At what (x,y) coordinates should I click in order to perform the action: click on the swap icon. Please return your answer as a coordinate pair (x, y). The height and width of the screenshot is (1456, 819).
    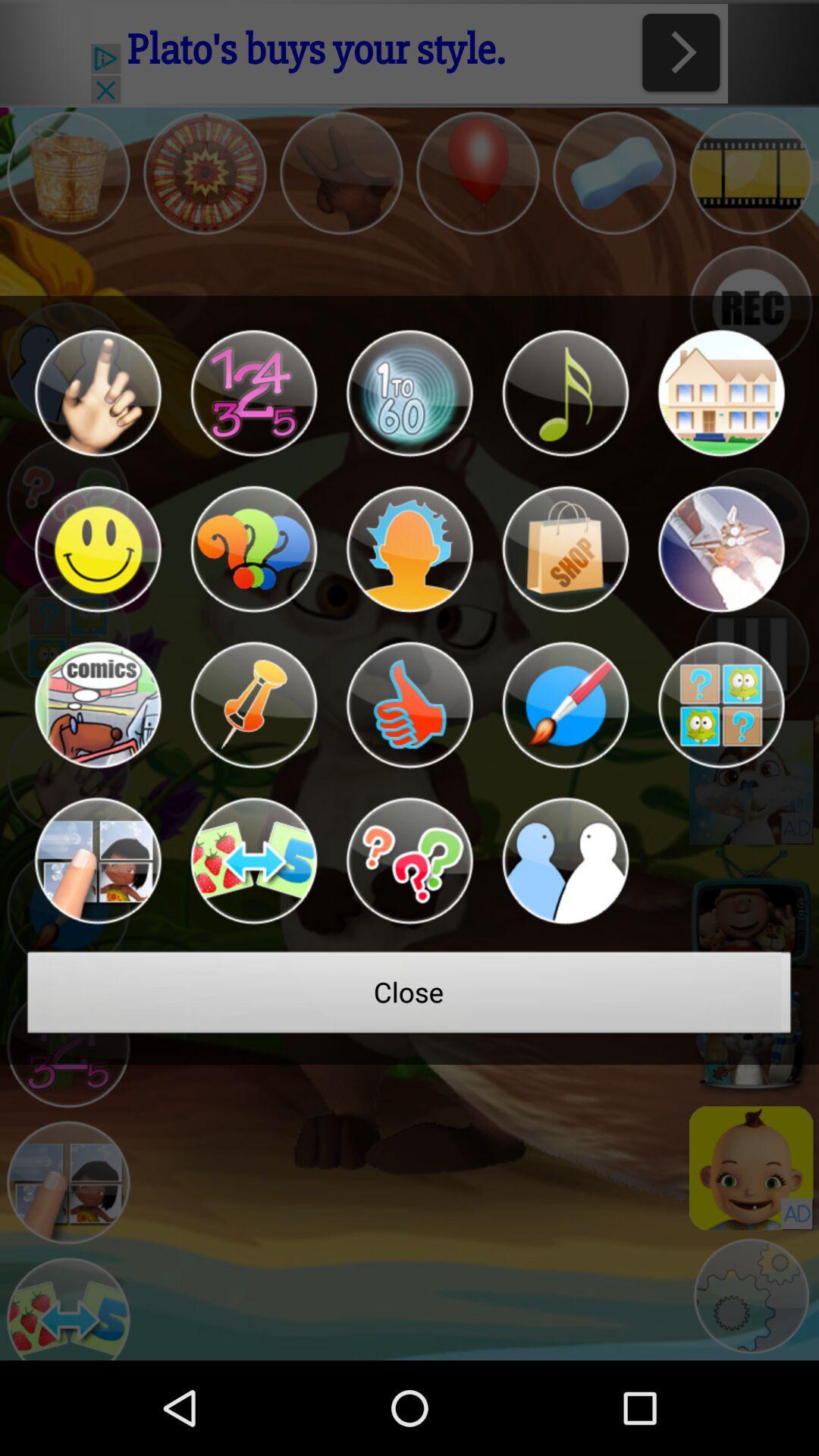
    Looking at the image, I should click on (253, 921).